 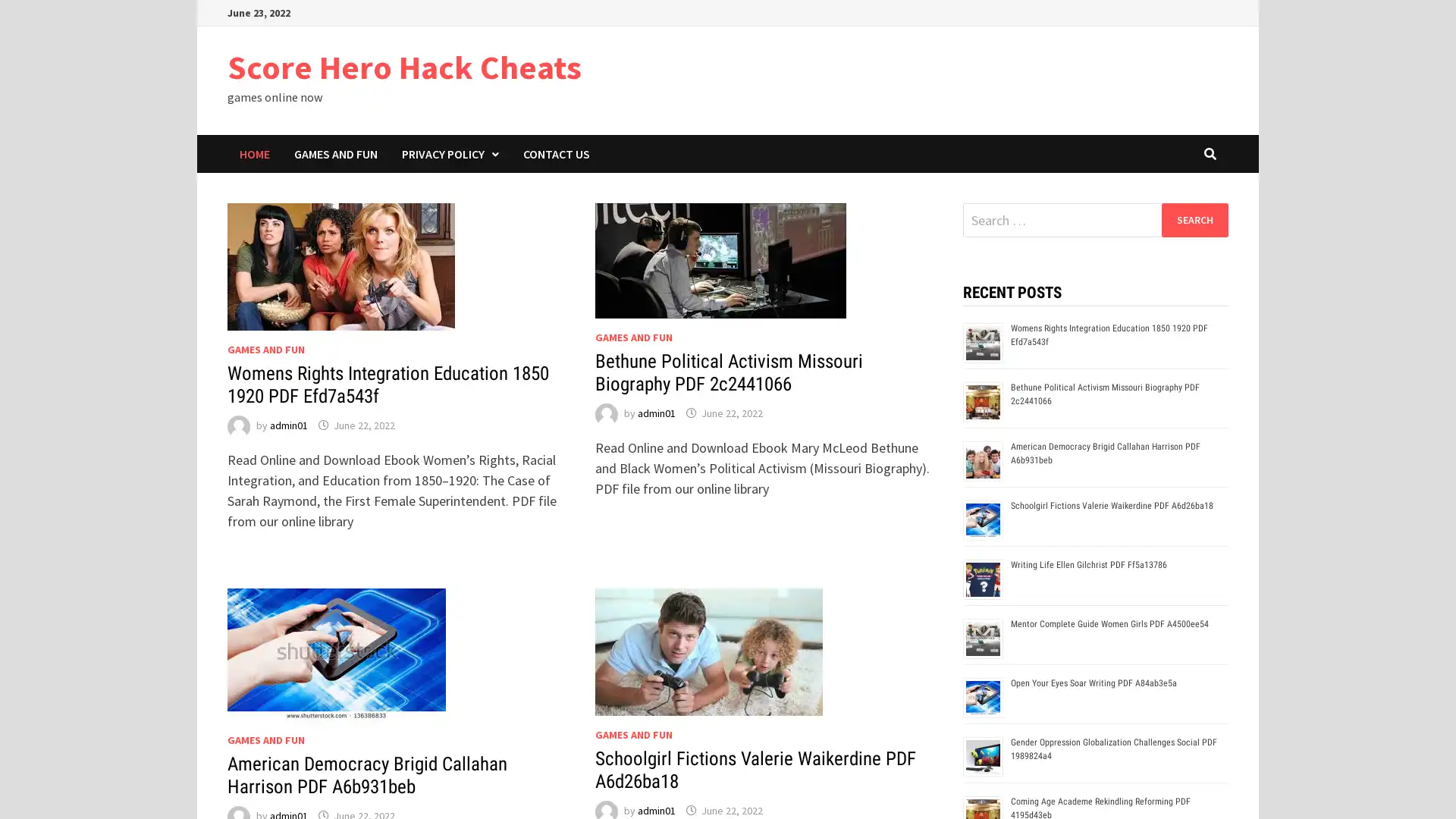 What do you see at coordinates (1194, 219) in the screenshot?
I see `Search` at bounding box center [1194, 219].